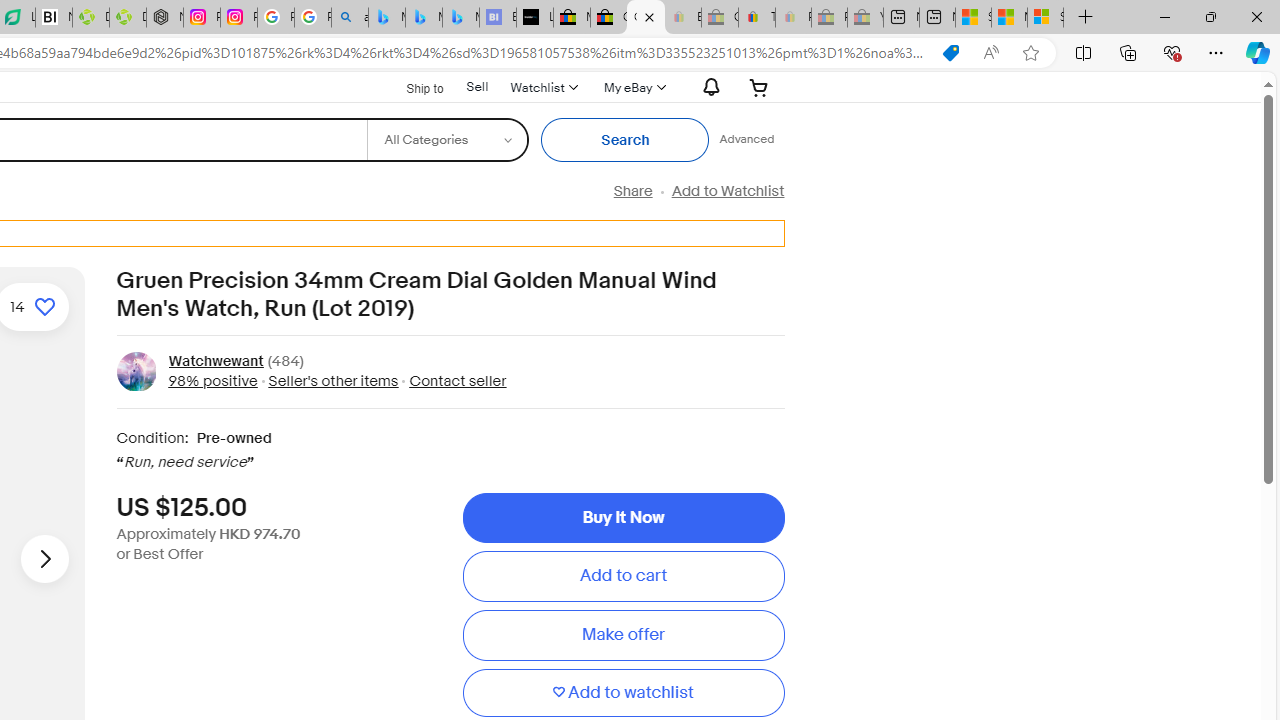 Image resolution: width=1280 pixels, height=720 pixels. What do you see at coordinates (973, 17) in the screenshot?
I see `'Shanghai, China hourly forecast | Microsoft Weather'` at bounding box center [973, 17].